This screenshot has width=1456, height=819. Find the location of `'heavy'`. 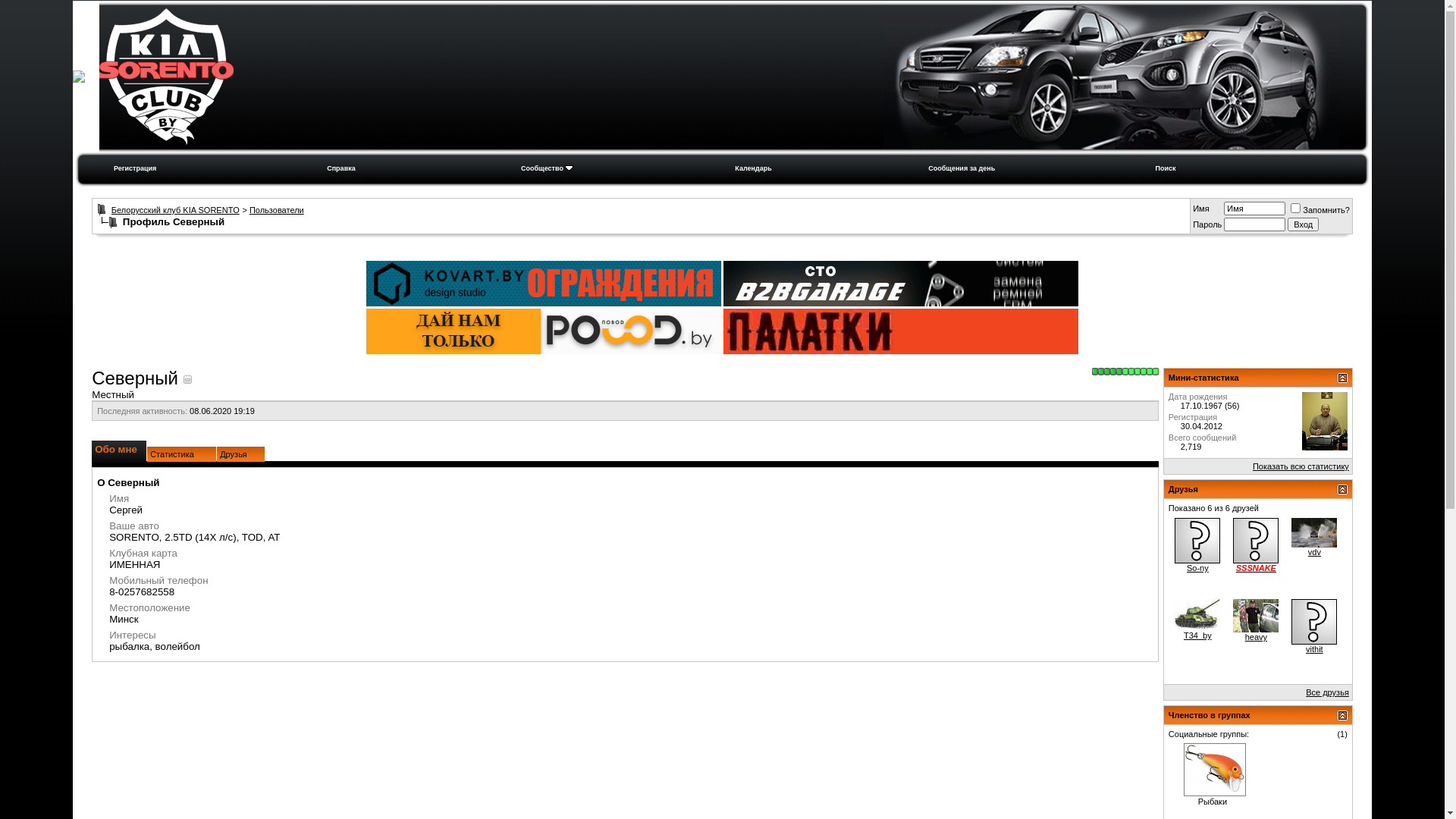

'heavy' is located at coordinates (1233, 616).